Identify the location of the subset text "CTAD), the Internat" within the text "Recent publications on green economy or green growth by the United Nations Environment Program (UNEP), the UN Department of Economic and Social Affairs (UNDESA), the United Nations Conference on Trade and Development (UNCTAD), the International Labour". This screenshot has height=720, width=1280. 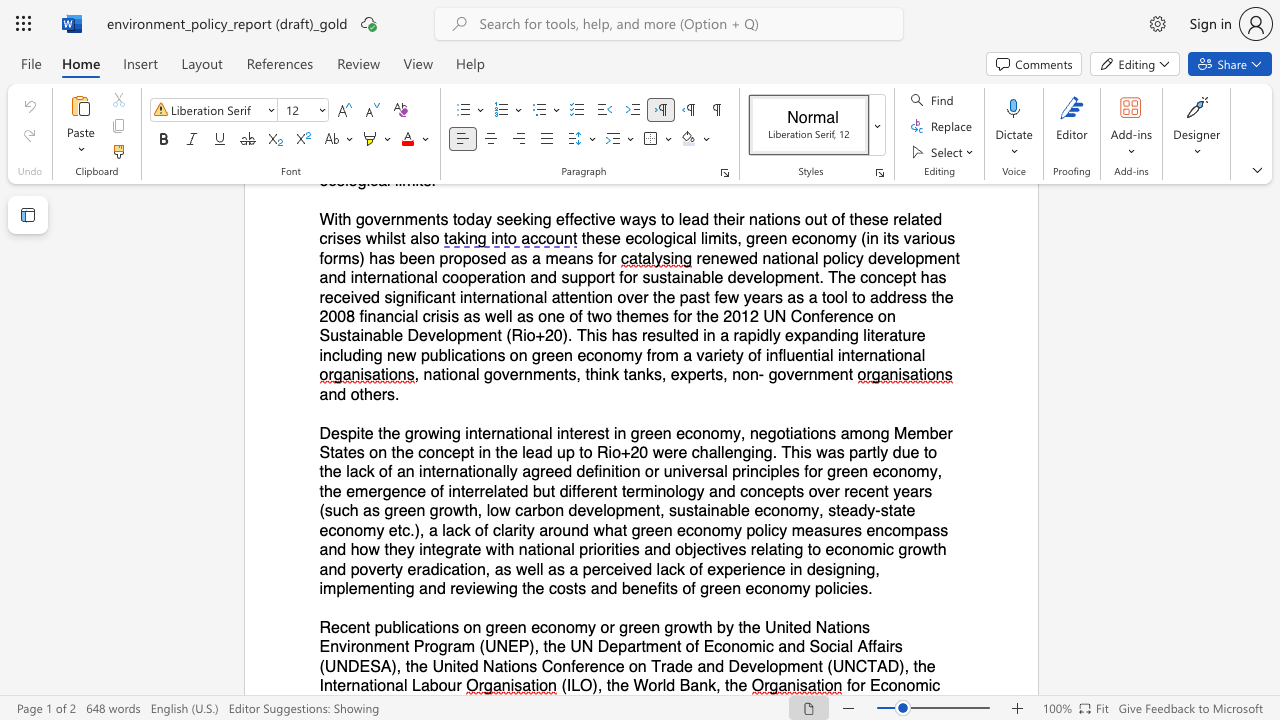
(855, 666).